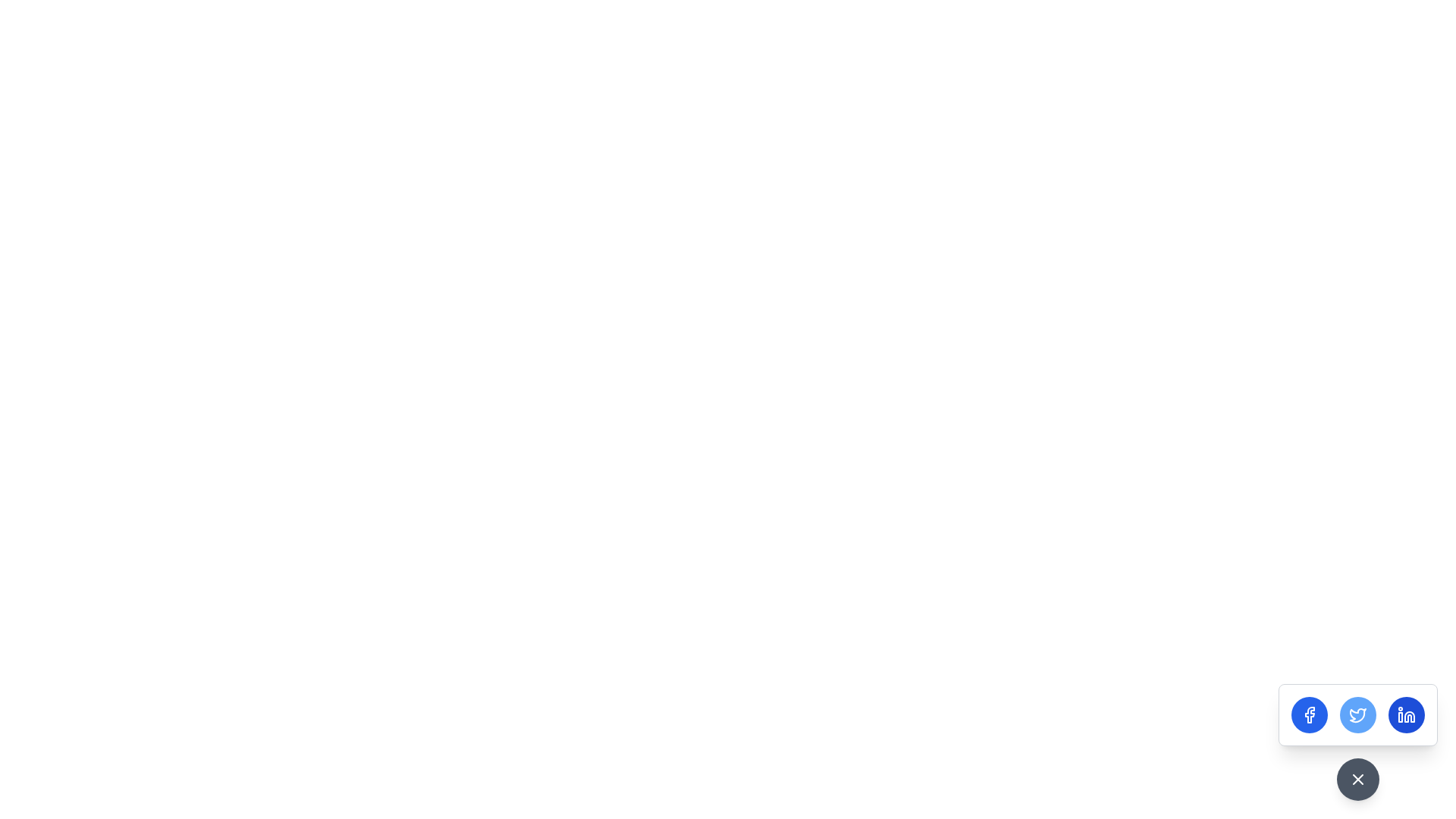 The width and height of the screenshot is (1456, 819). I want to click on the circular blue Twitter button with a white bird logo to share content on Twitter, so click(1357, 714).